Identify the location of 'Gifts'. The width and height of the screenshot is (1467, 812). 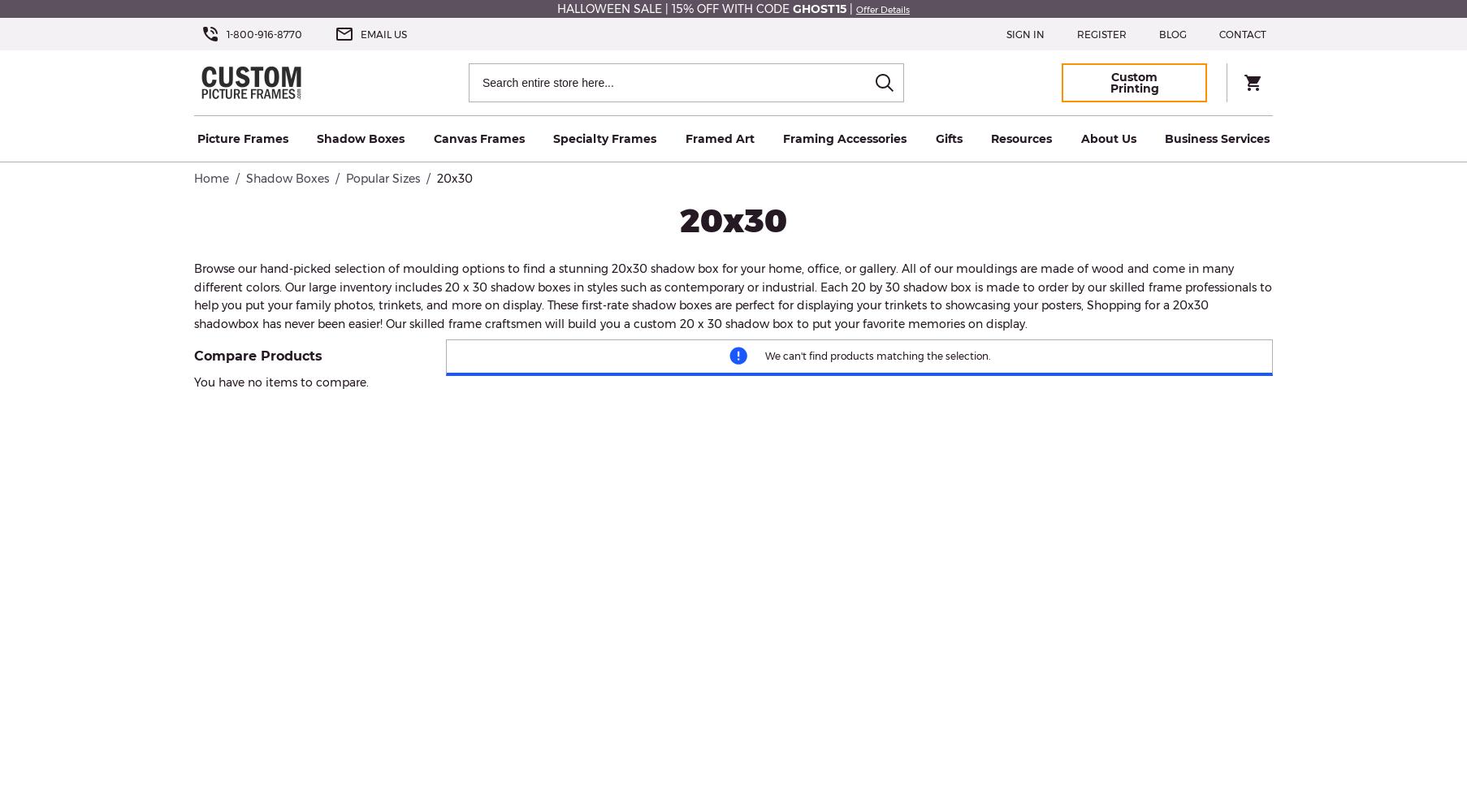
(947, 139).